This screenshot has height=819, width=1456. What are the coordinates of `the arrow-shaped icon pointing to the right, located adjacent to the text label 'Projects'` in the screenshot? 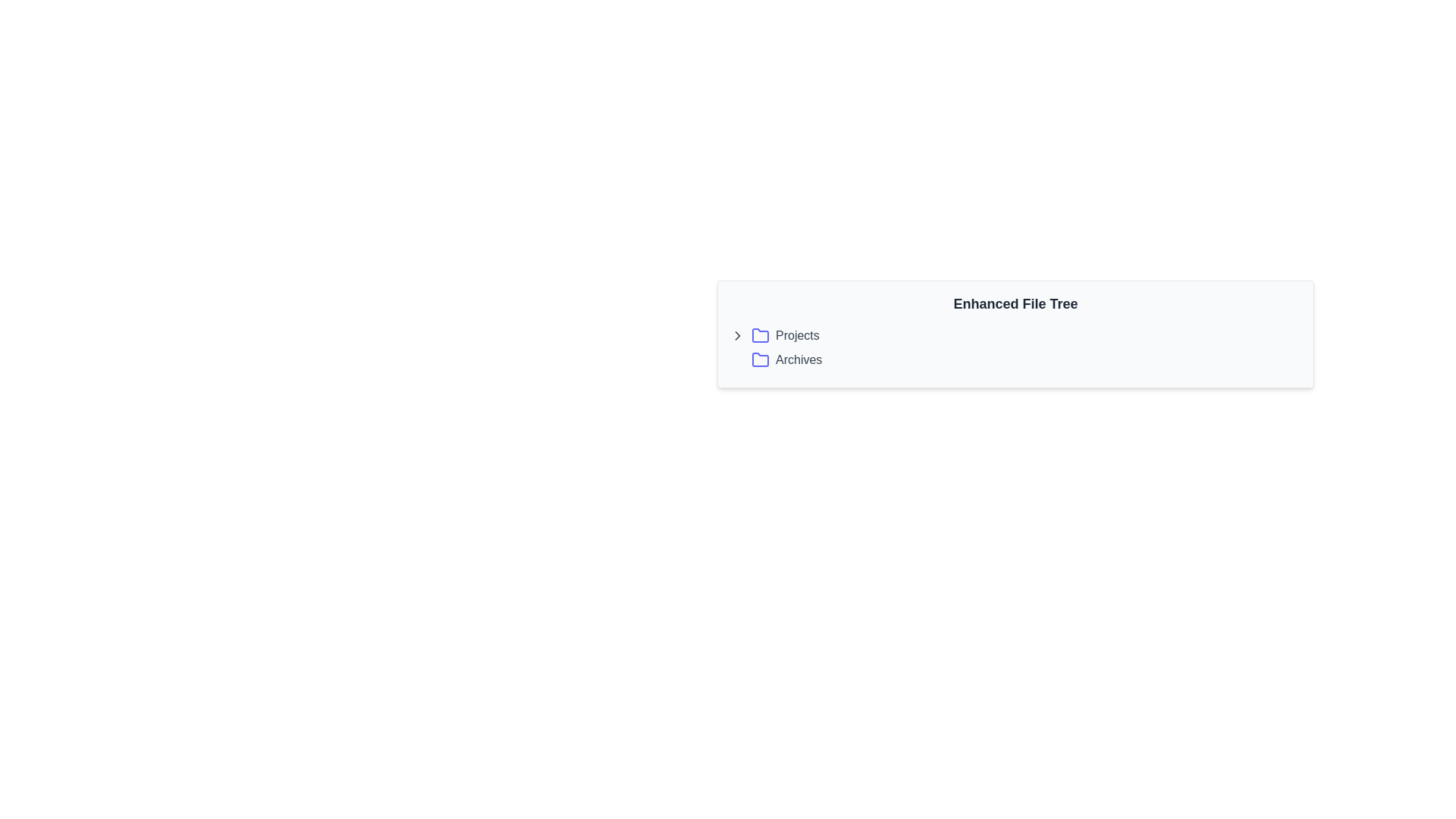 It's located at (738, 335).